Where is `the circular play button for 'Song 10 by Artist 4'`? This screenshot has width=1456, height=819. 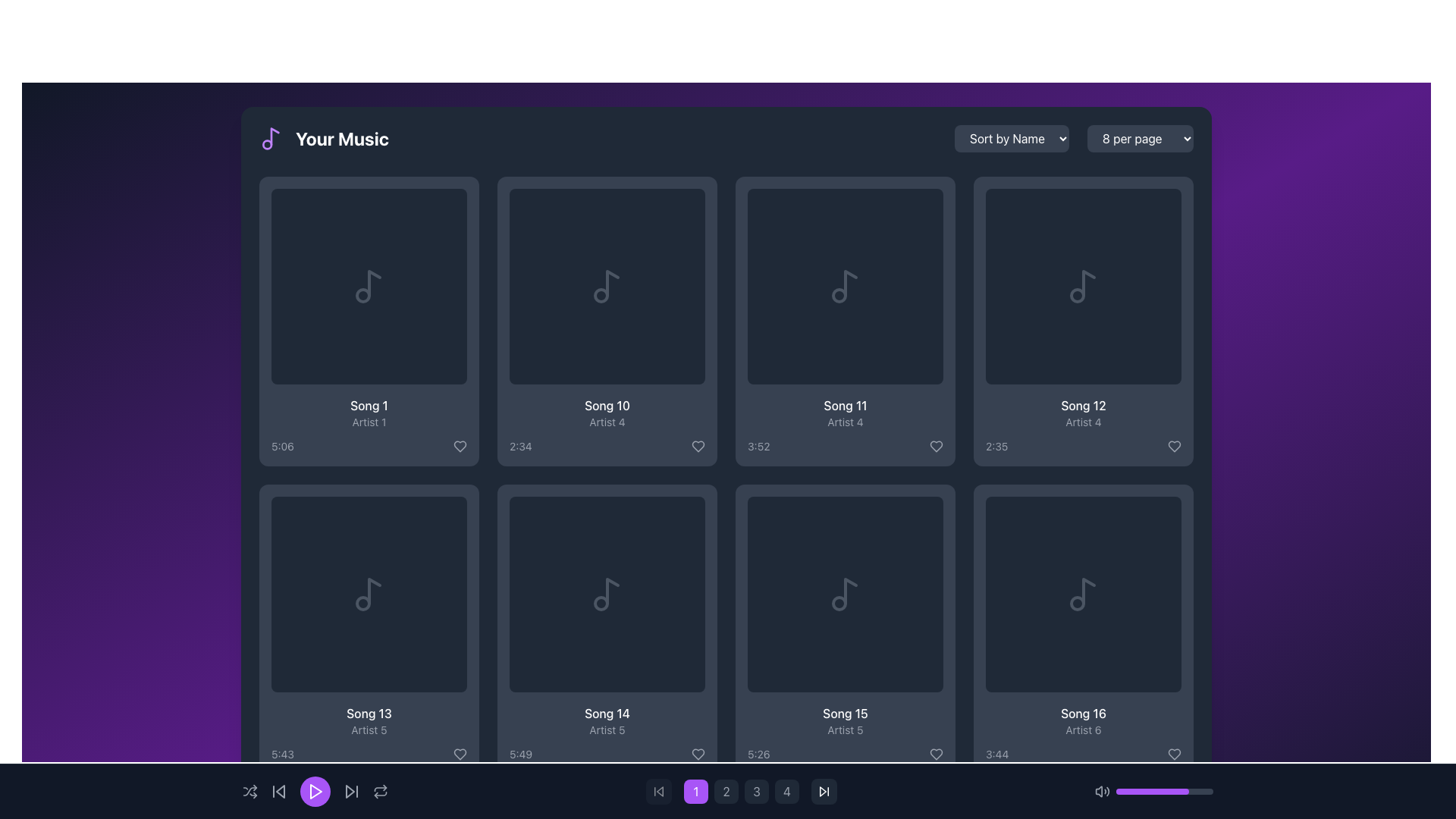 the circular play button for 'Song 10 by Artist 4' is located at coordinates (607, 287).